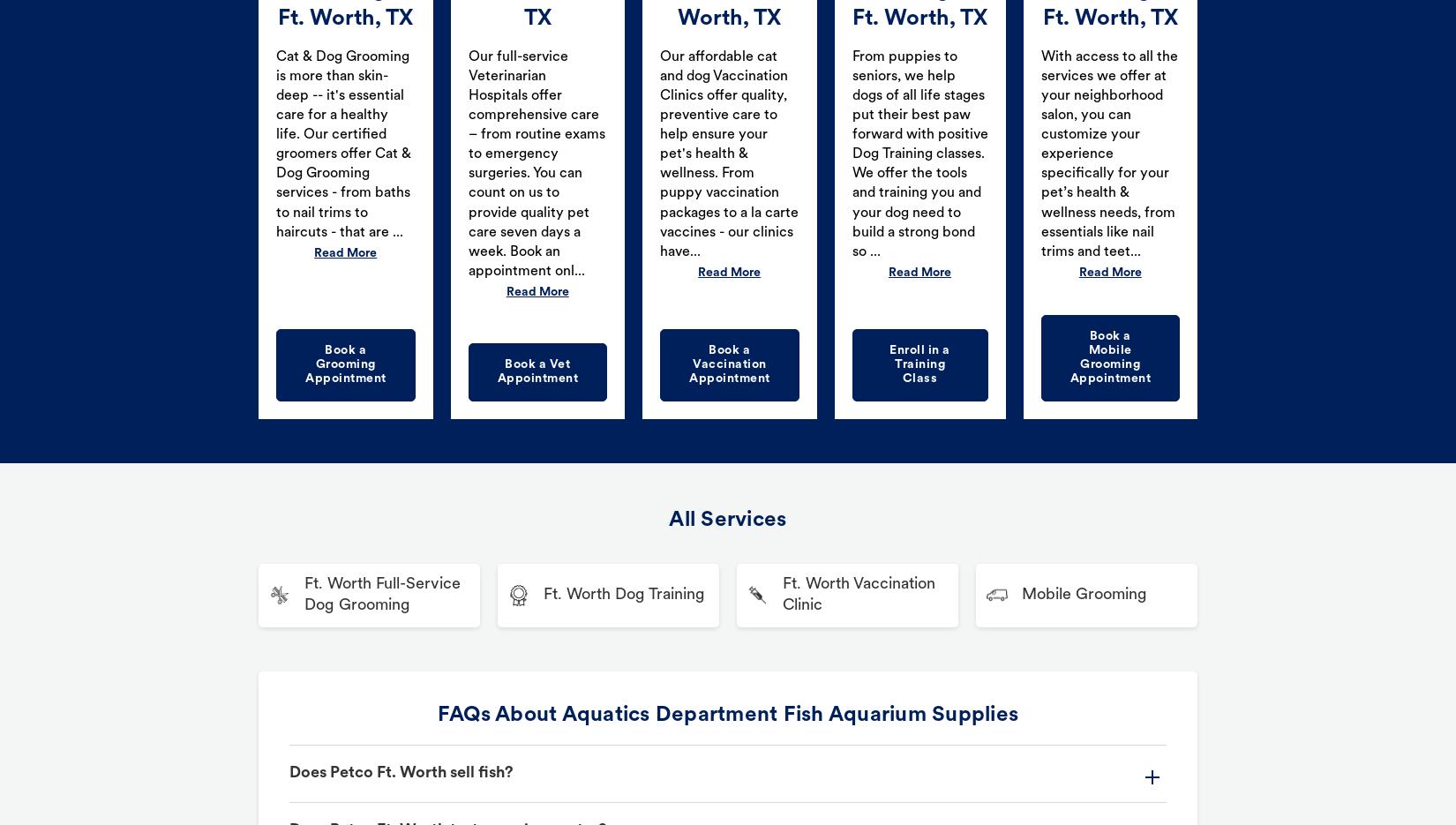  Describe the element at coordinates (276, 144) in the screenshot. I see `'Cat & Dog Grooming is more than skin-deep -- it's essential care for a healthy life. Our certified groomers offer Cat & Dog Grooming services - from baths to nail trims to haircuts - that are ...'` at that location.